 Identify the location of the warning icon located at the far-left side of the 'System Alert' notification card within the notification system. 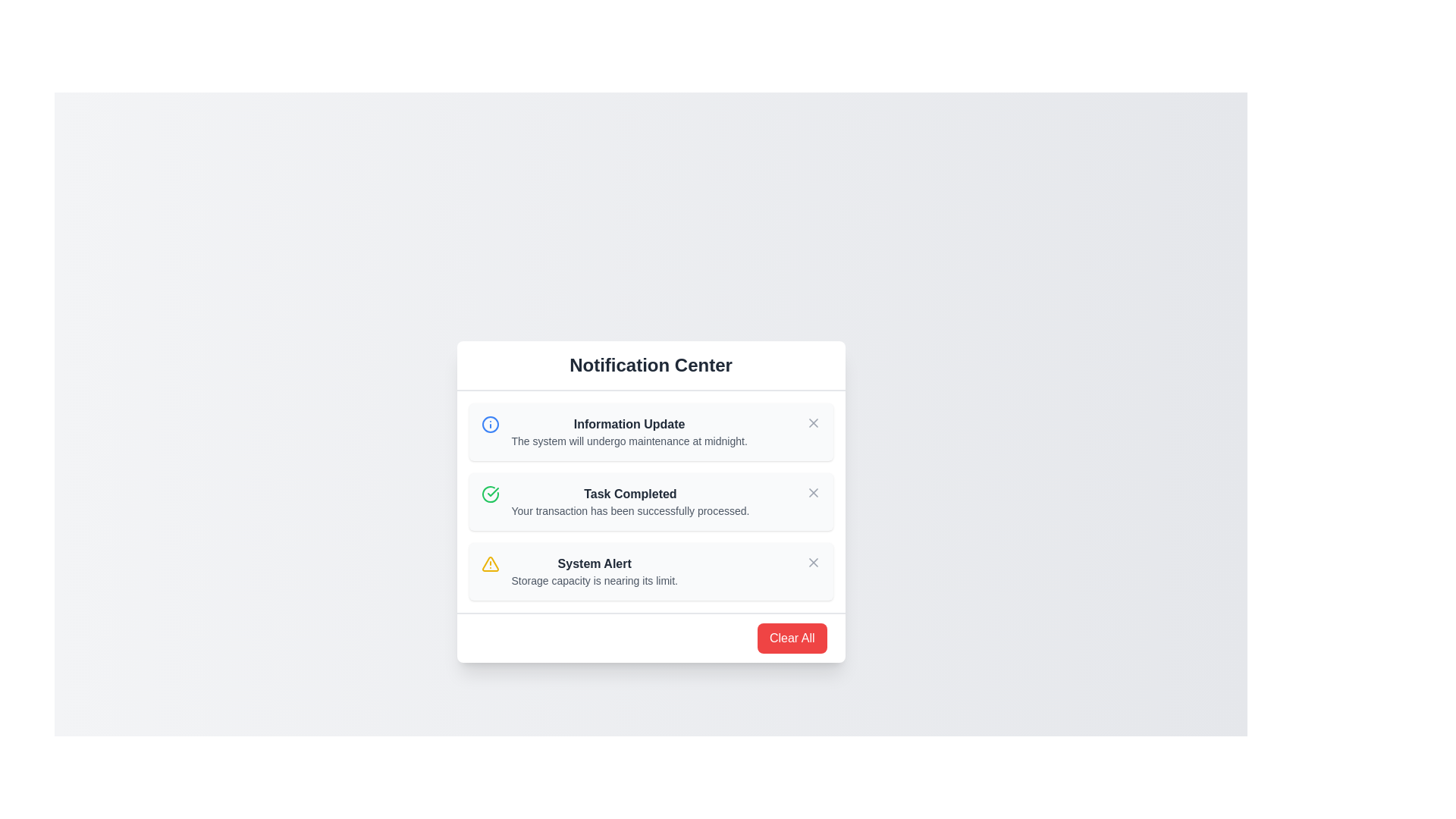
(490, 564).